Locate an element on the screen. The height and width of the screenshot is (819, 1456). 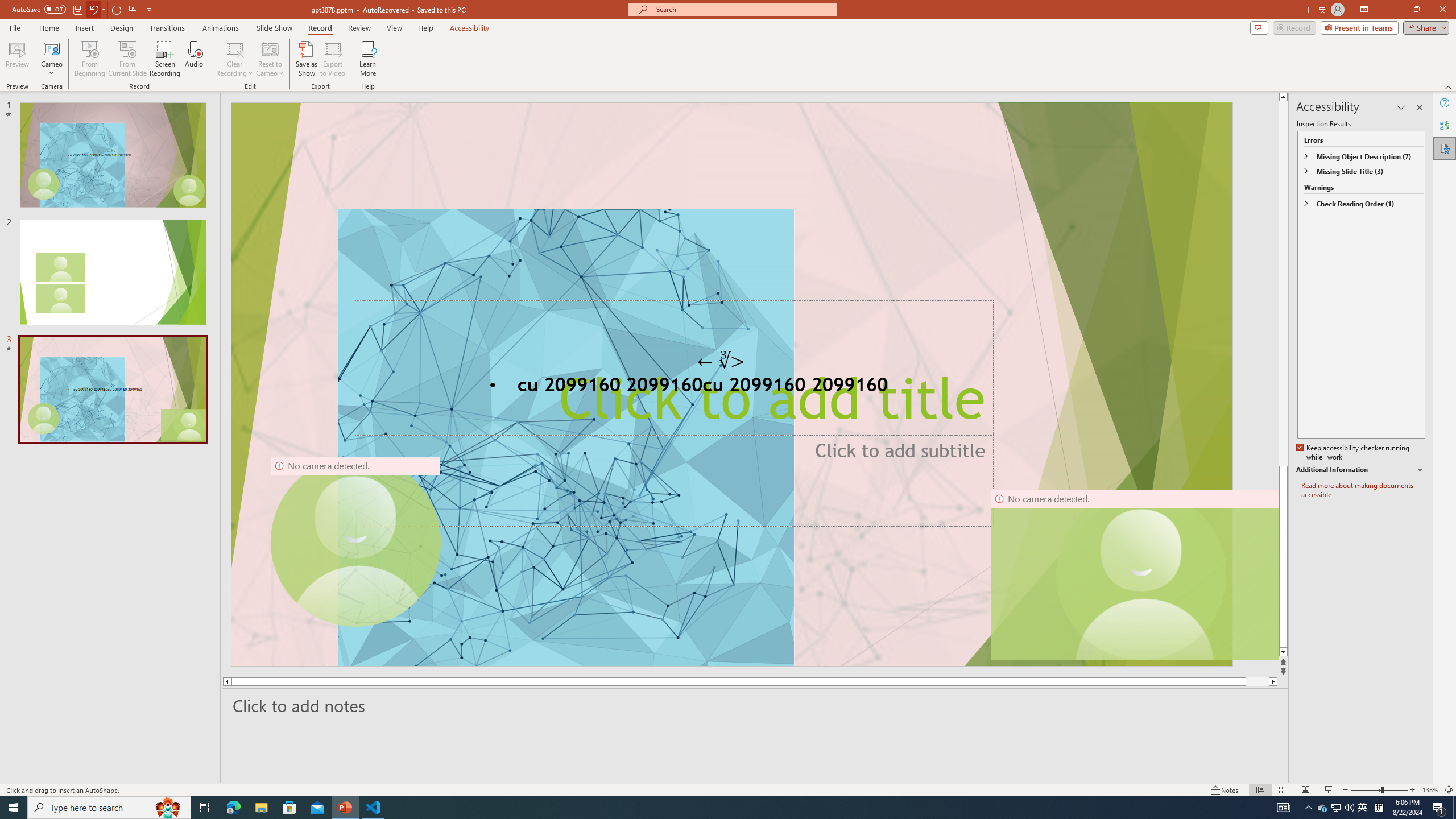
'Export to Video' is located at coordinates (332, 59).